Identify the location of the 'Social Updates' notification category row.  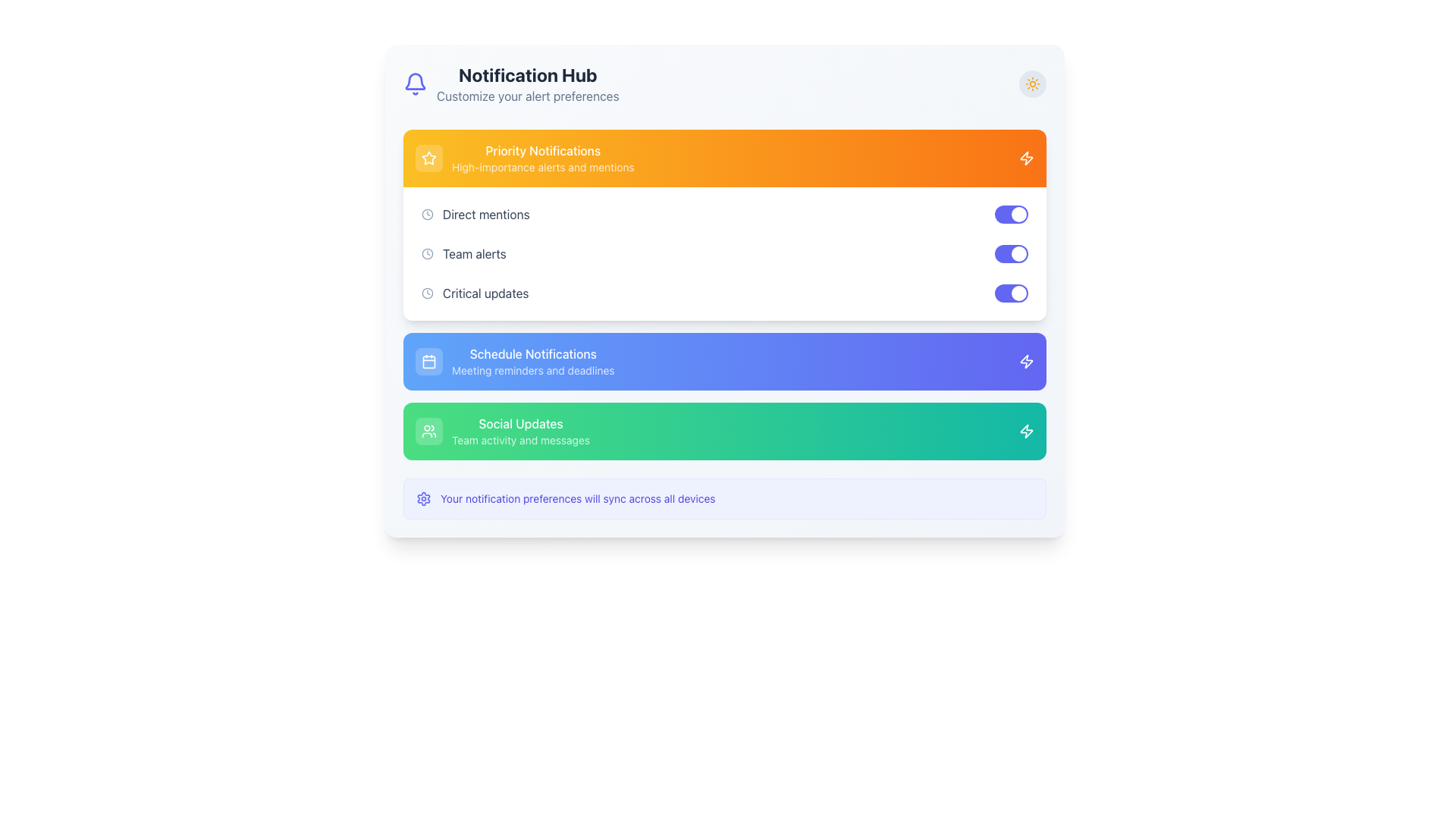
(723, 431).